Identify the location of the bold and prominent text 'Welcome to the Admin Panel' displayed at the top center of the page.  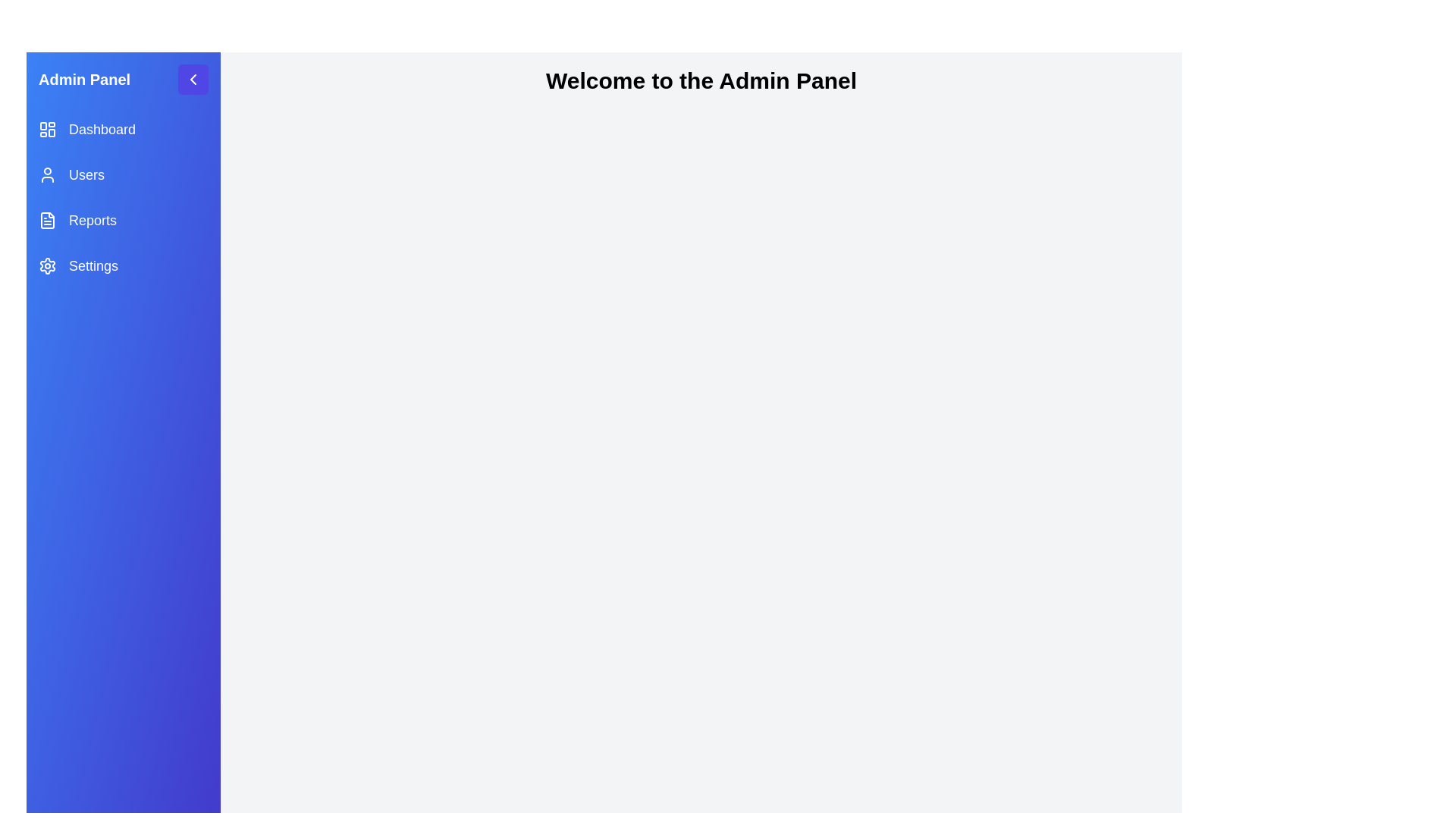
(701, 81).